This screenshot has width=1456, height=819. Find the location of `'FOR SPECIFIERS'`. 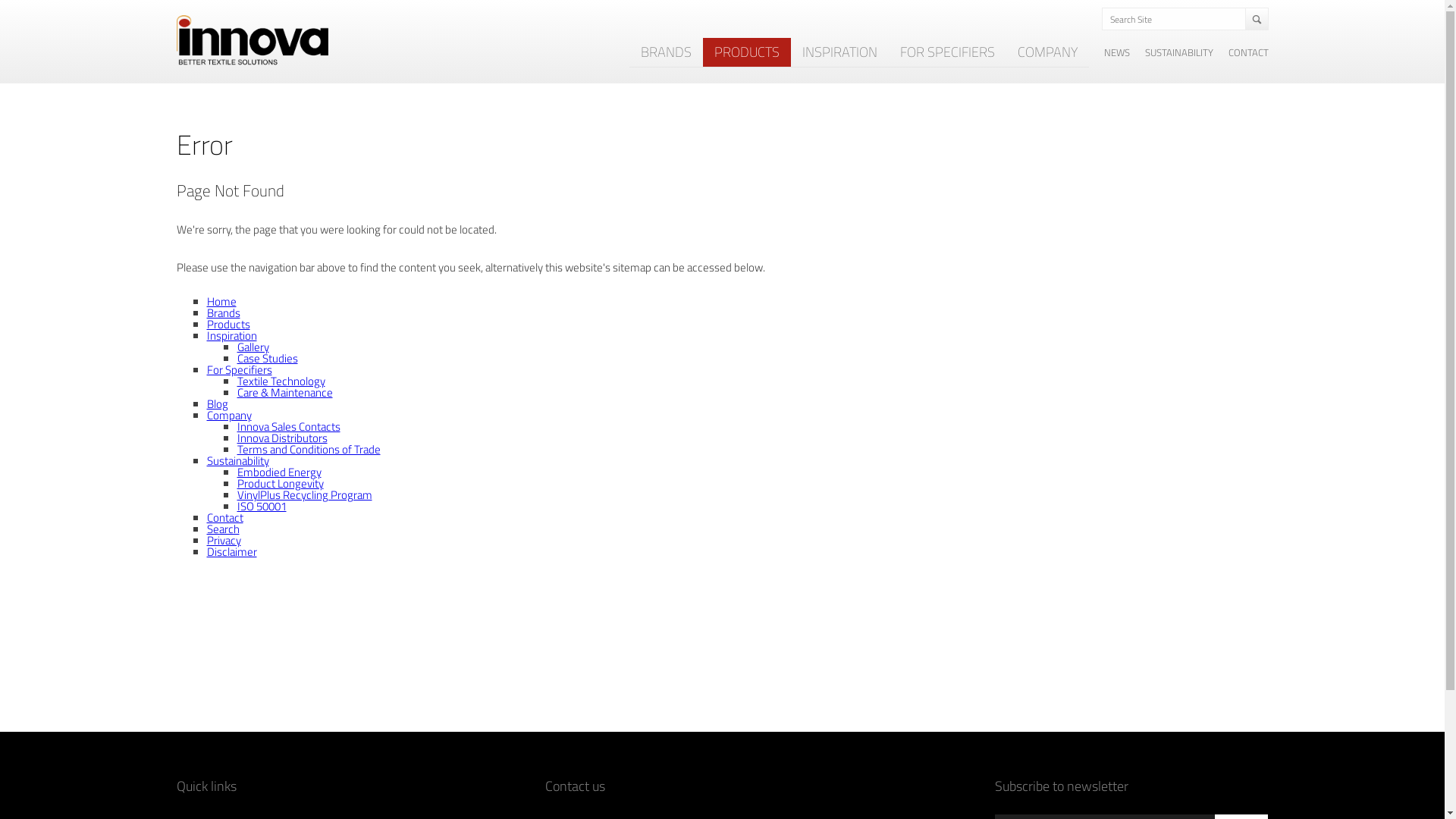

'FOR SPECIFIERS' is located at coordinates (946, 52).